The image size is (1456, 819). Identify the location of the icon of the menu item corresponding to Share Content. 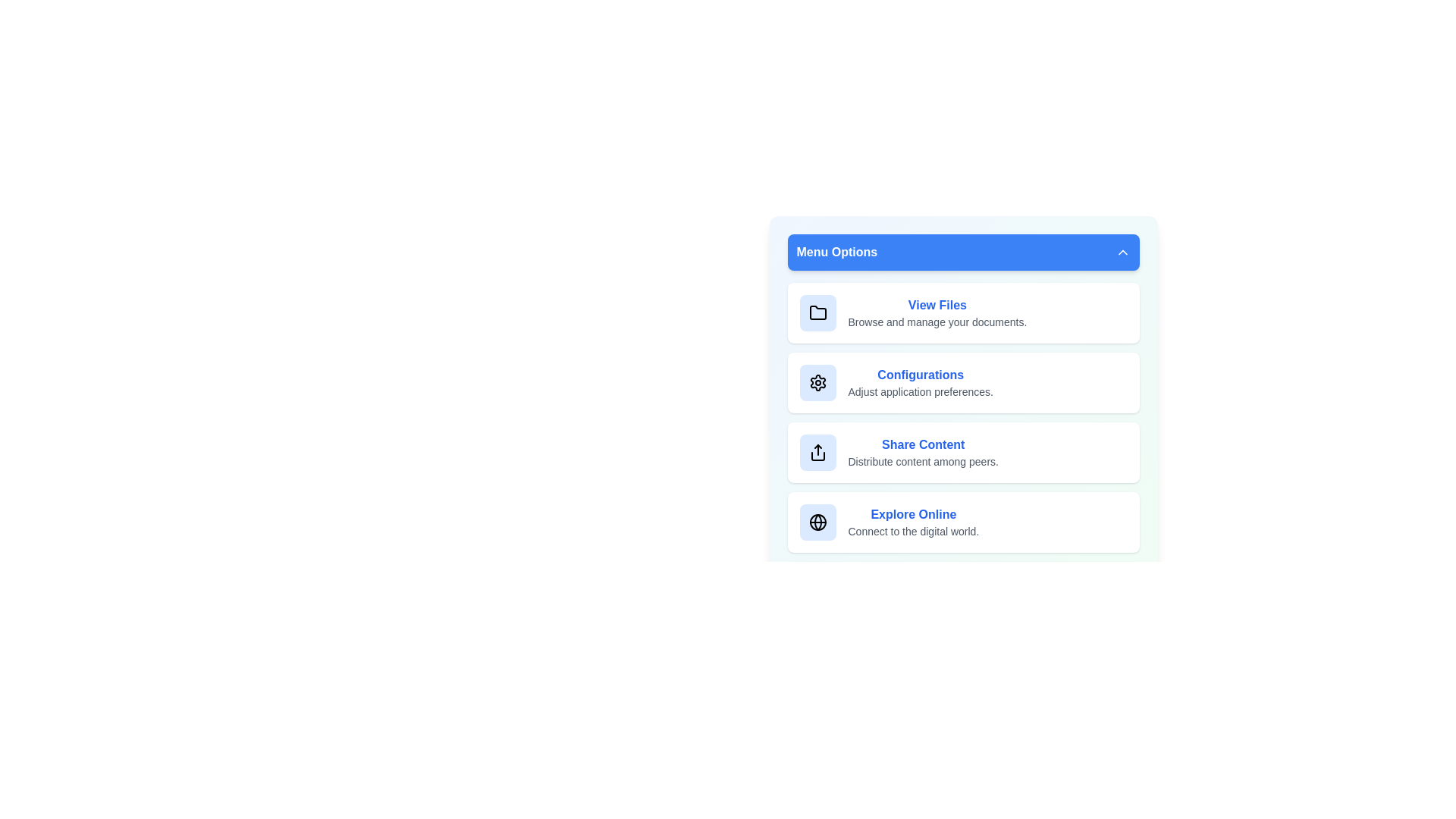
(817, 452).